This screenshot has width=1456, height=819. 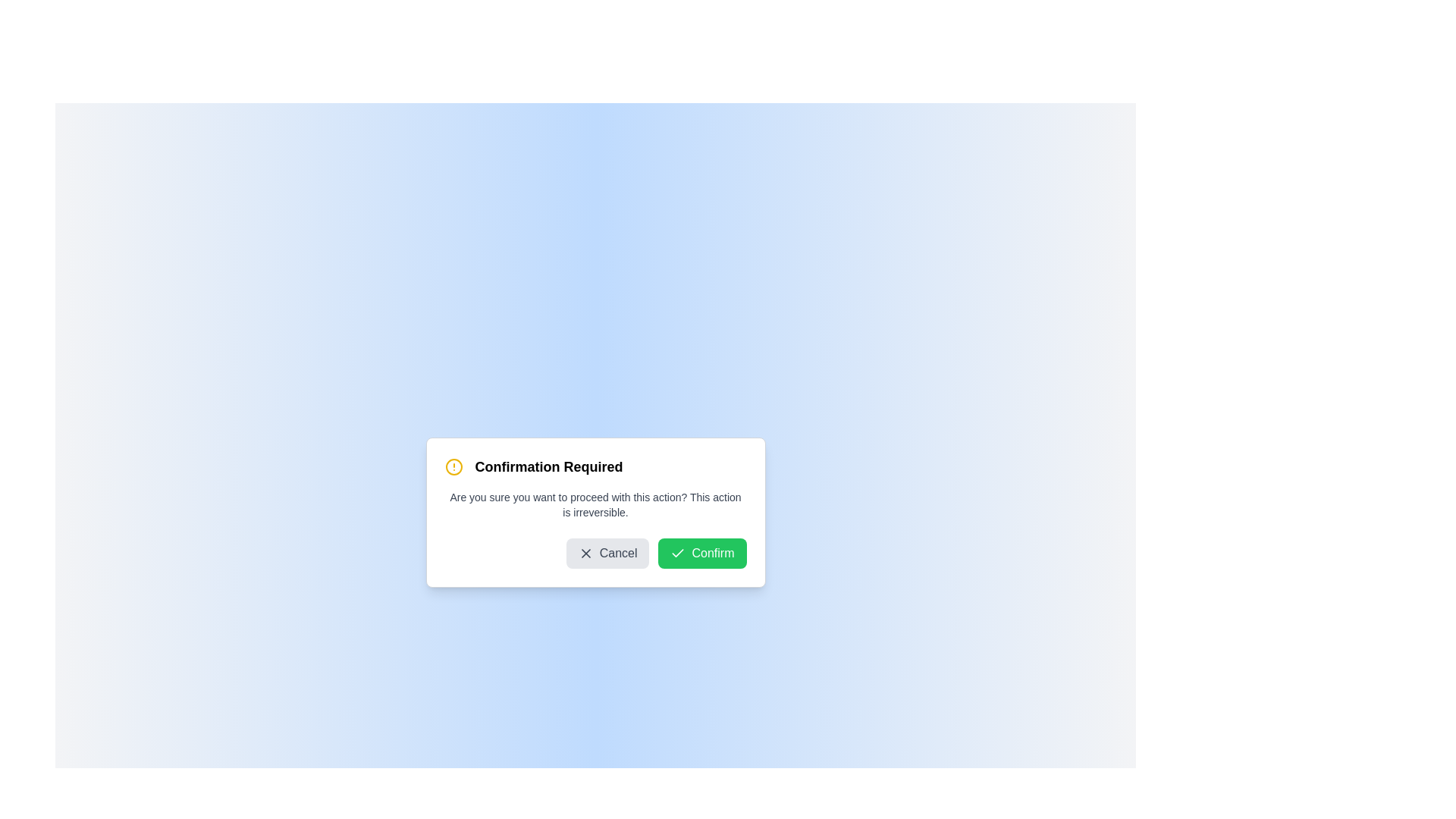 I want to click on message displayed in the static text block that asks if the user is sure they want to proceed with the action, indicating that it is irreversible, so click(x=595, y=505).